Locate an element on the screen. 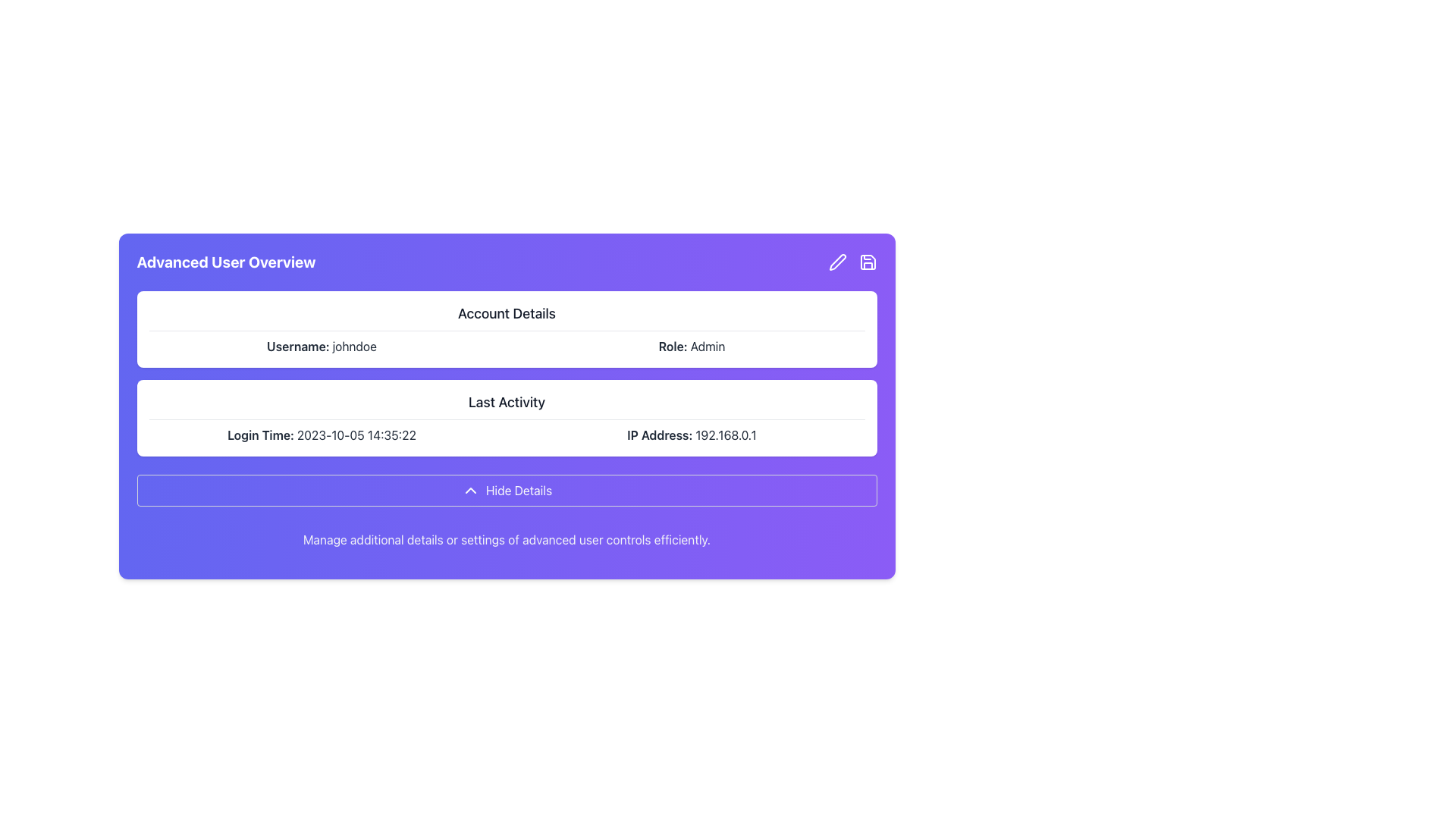 Image resolution: width=1456 pixels, height=819 pixels. the non-interactive text label displaying the last login time, located under the 'Last Activity' section of the UI is located at coordinates (321, 435).